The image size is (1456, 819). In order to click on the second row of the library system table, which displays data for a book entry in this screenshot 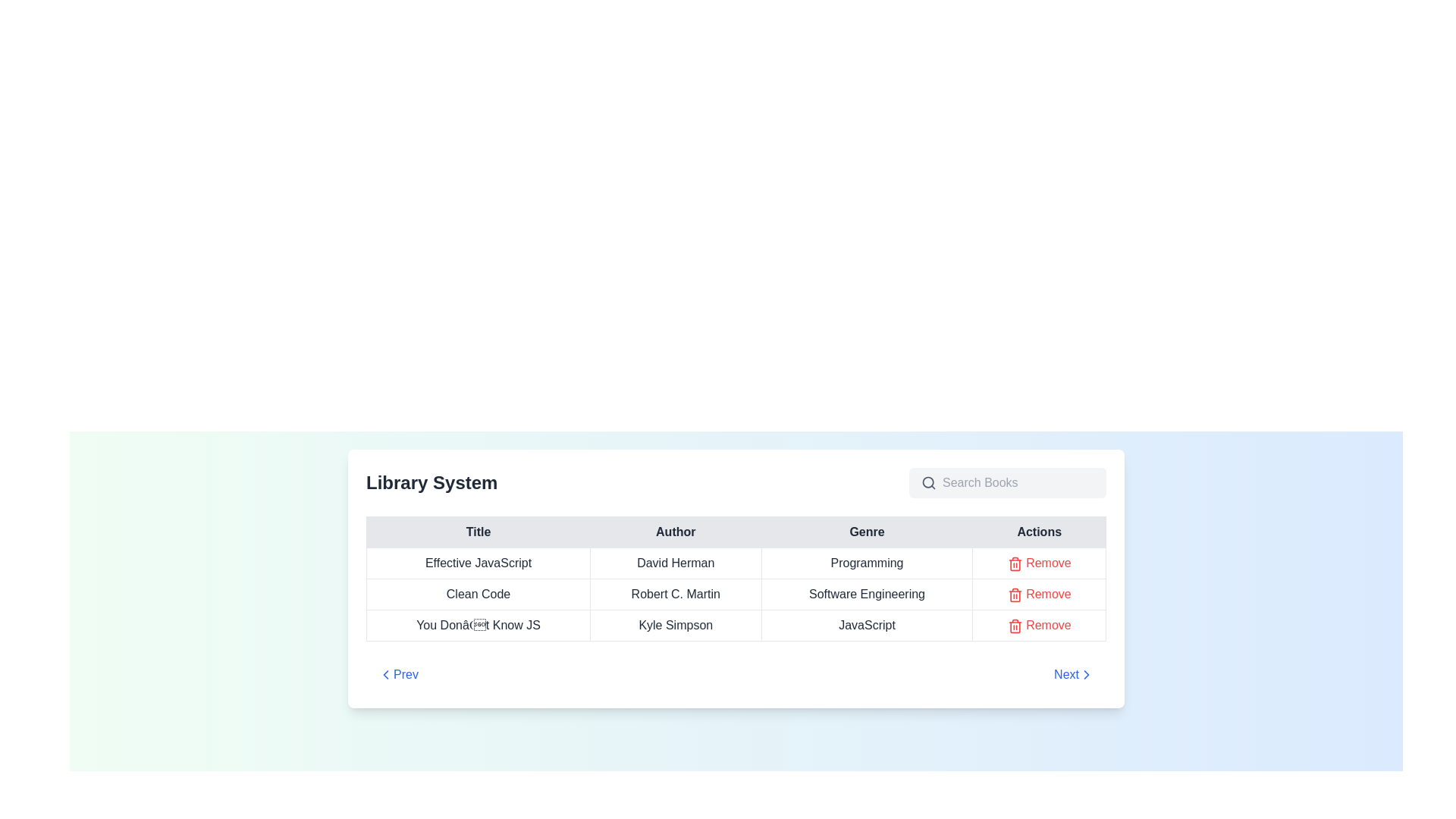, I will do `click(736, 593)`.